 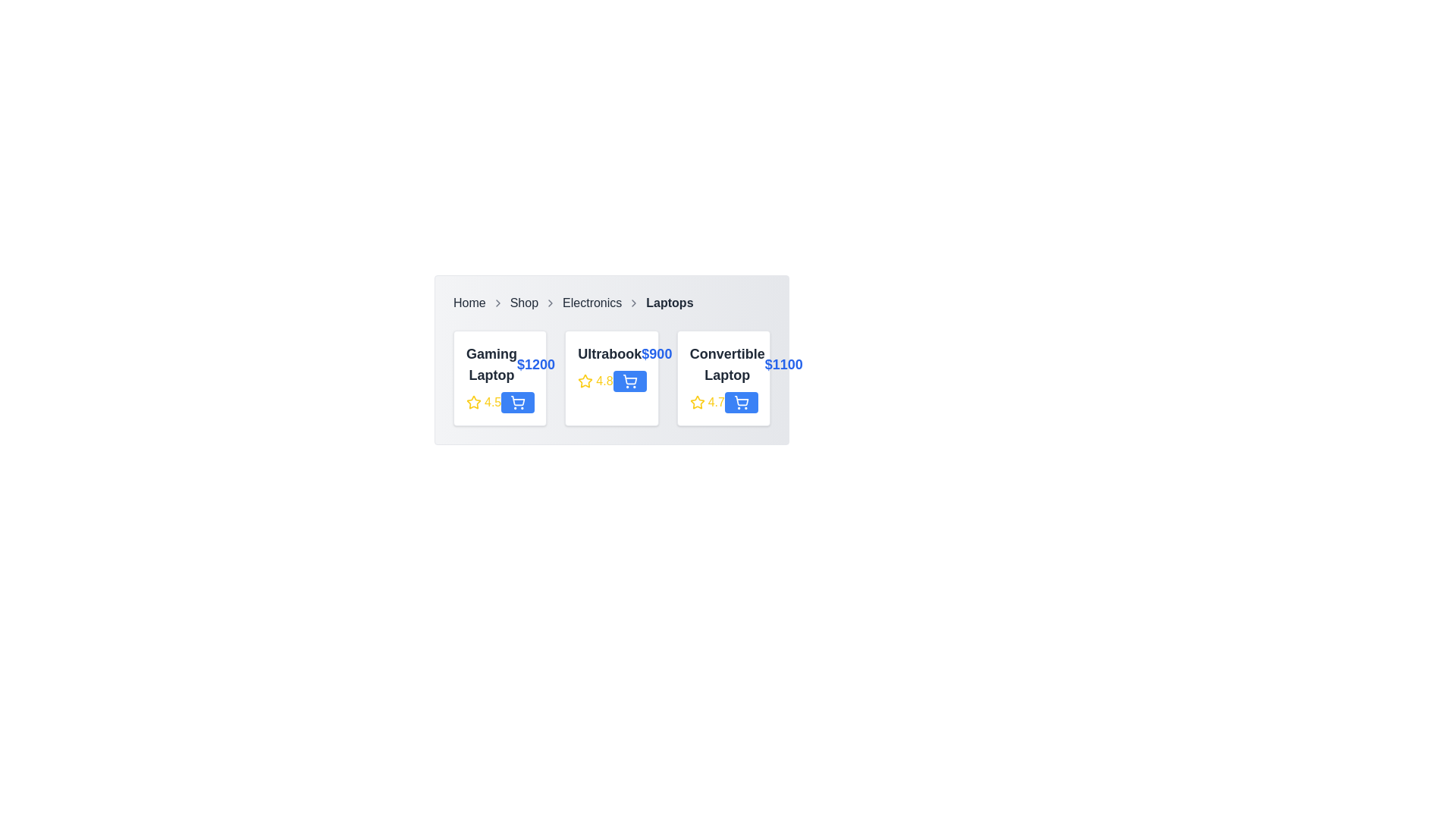 What do you see at coordinates (629, 380) in the screenshot?
I see `the shopping cart icon button within the product card of the 'Ultrabook' laptop` at bounding box center [629, 380].